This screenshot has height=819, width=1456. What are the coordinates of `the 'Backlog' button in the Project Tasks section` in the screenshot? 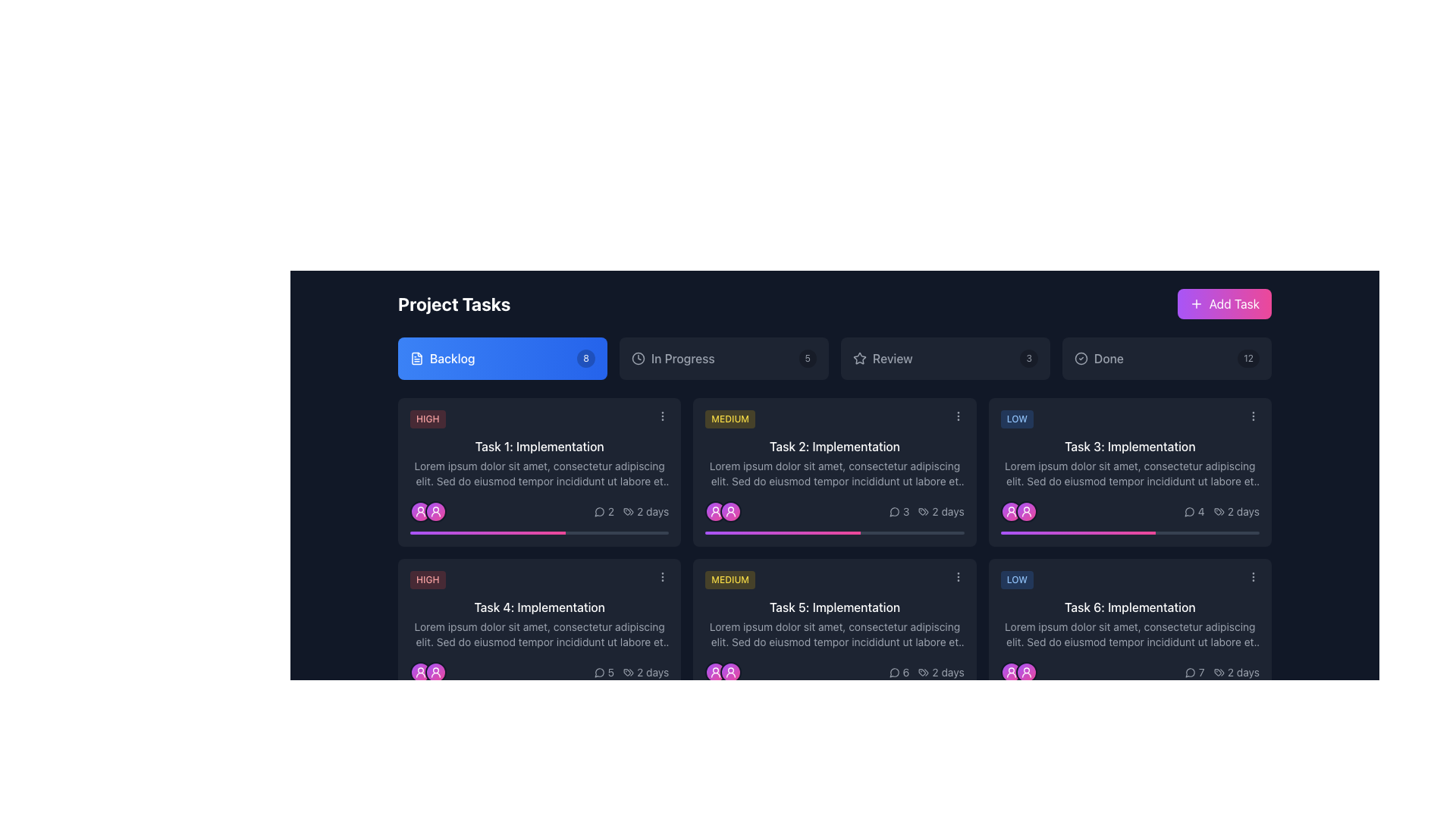 It's located at (502, 359).